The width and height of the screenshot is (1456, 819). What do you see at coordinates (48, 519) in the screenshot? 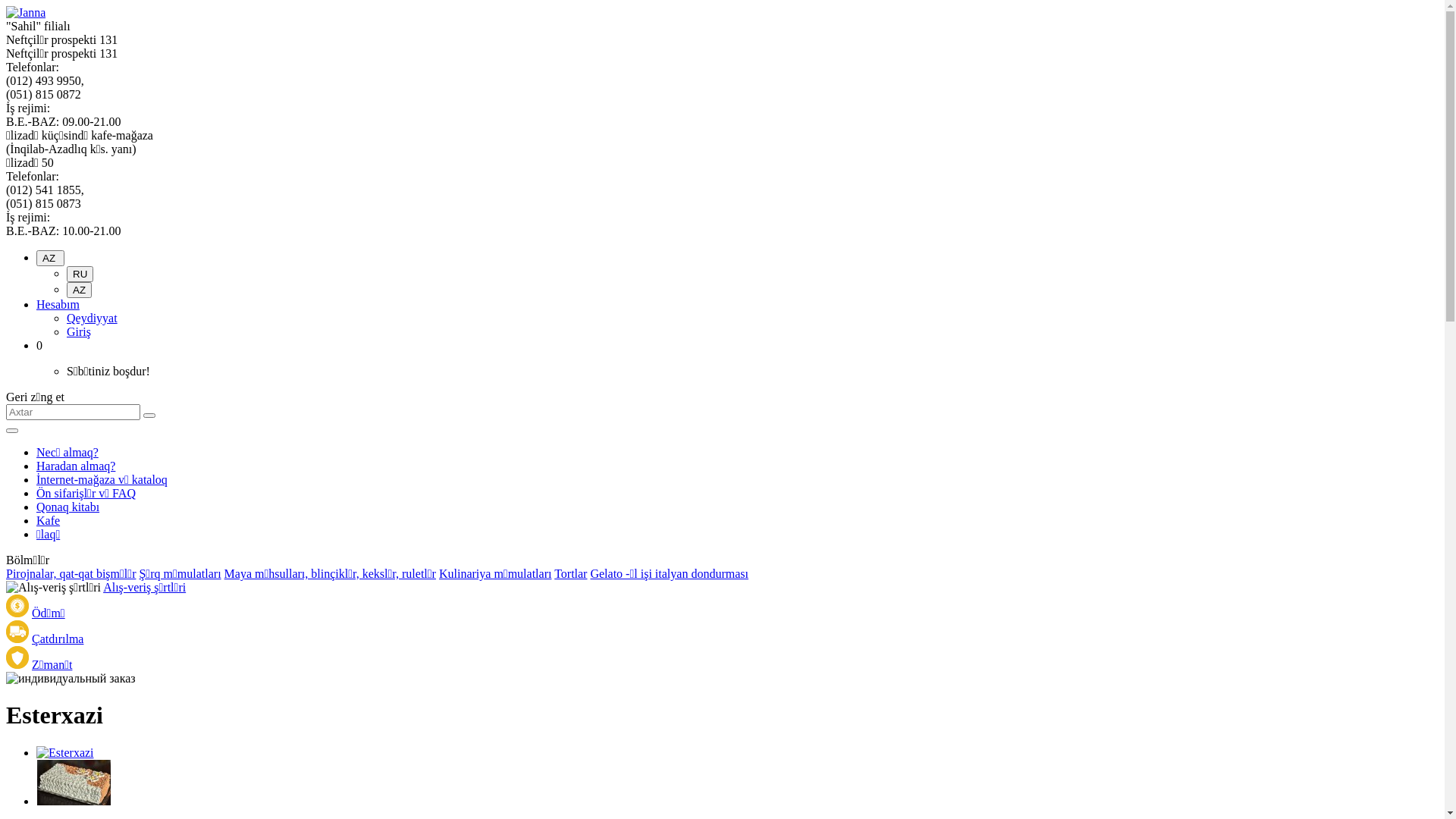
I see `'Kafe'` at bounding box center [48, 519].